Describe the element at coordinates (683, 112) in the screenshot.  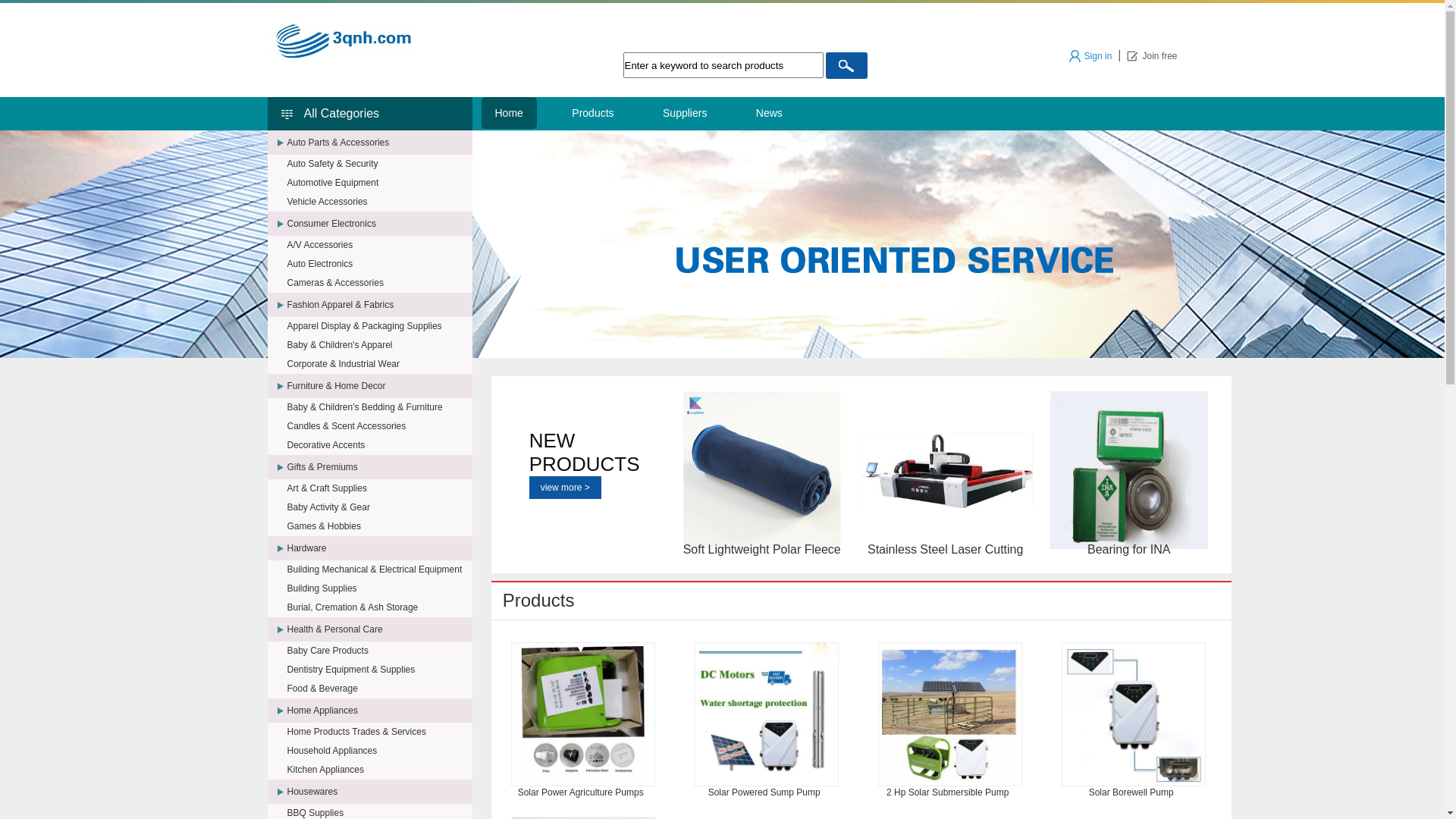
I see `'Suppliers'` at that location.